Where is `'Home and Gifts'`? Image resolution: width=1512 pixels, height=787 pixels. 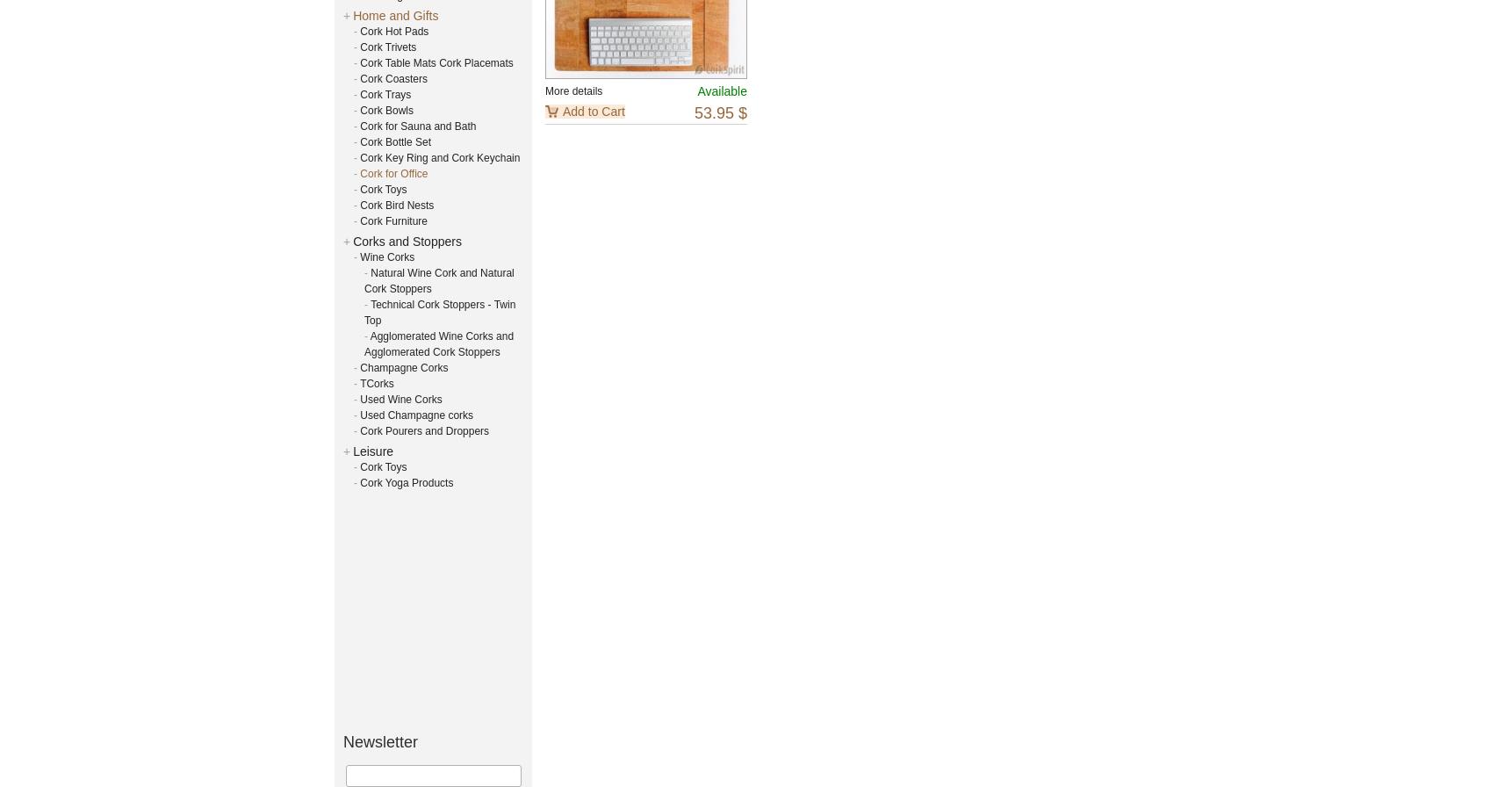
'Home and Gifts' is located at coordinates (394, 15).